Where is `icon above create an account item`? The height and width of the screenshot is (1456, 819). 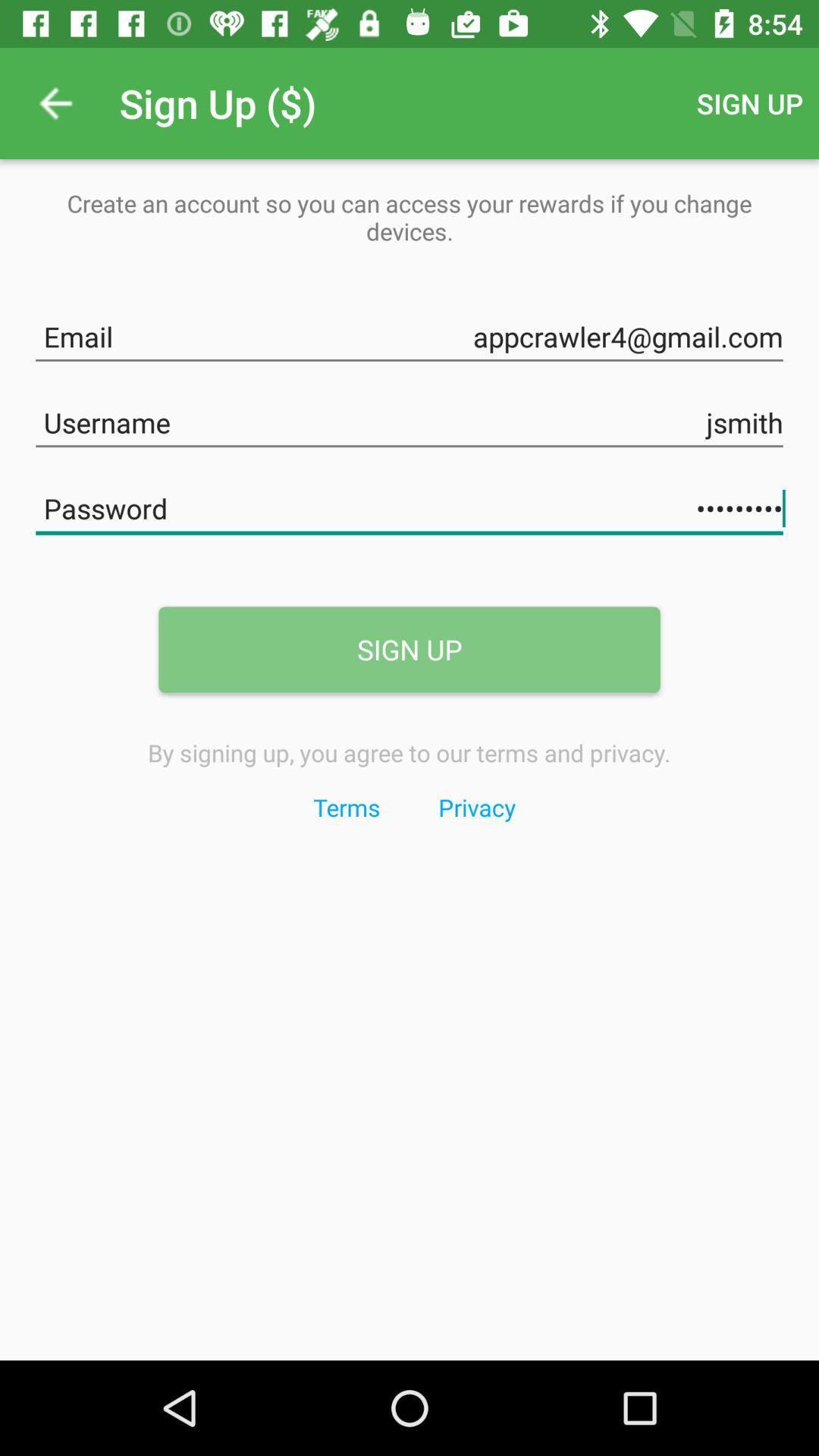 icon above create an account item is located at coordinates (55, 102).